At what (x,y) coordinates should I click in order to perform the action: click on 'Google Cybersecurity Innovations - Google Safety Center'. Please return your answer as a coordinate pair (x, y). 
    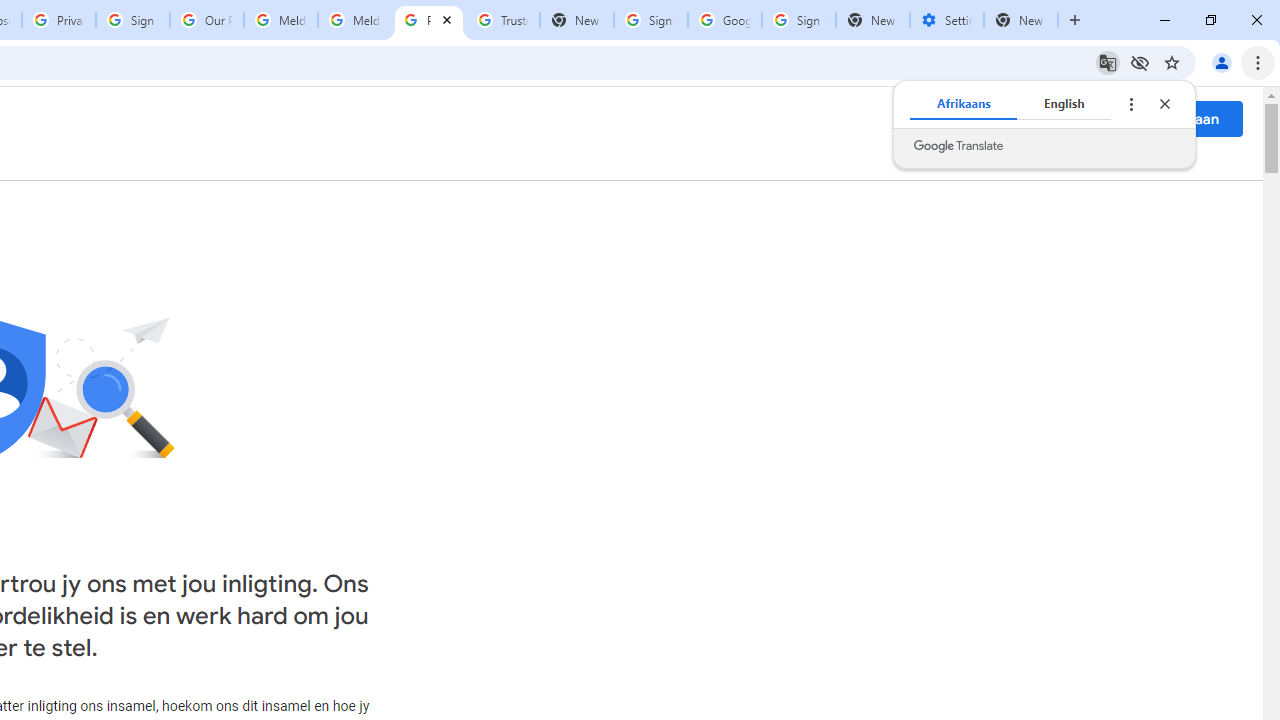
    Looking at the image, I should click on (723, 20).